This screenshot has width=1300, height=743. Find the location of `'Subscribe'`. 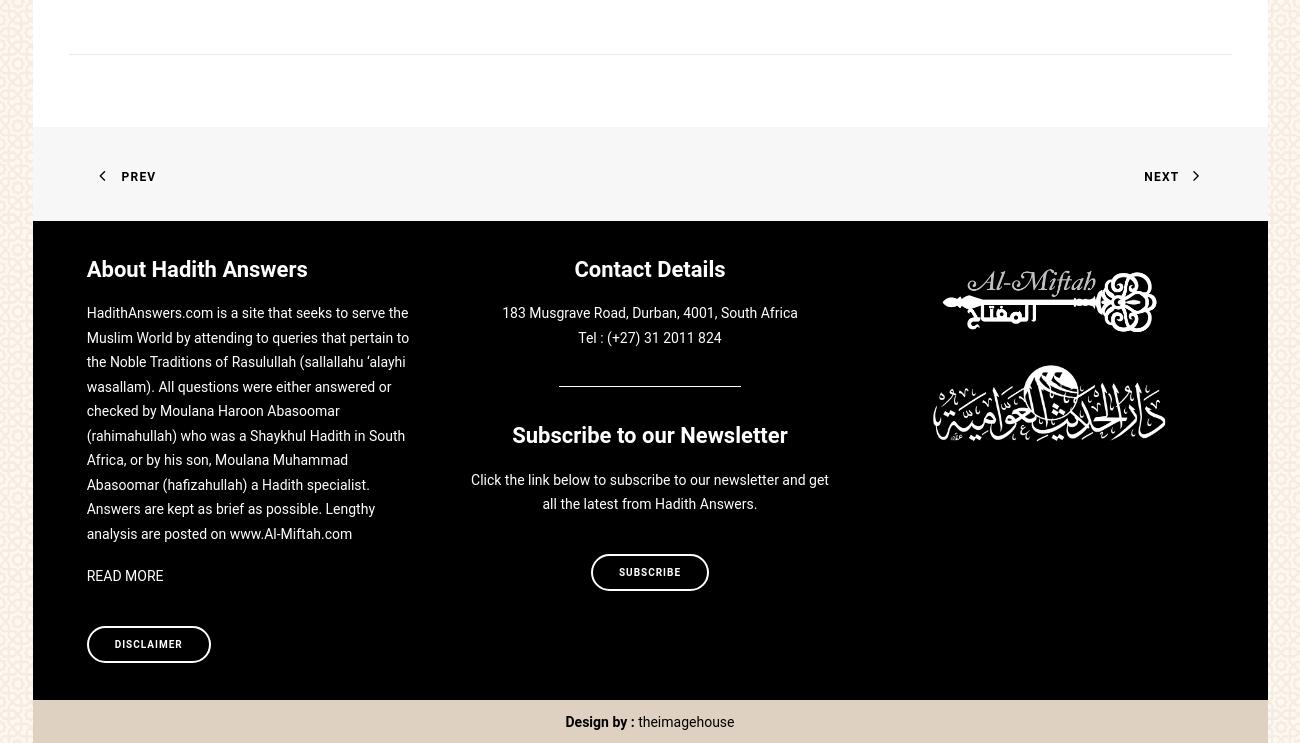

'Subscribe' is located at coordinates (618, 572).